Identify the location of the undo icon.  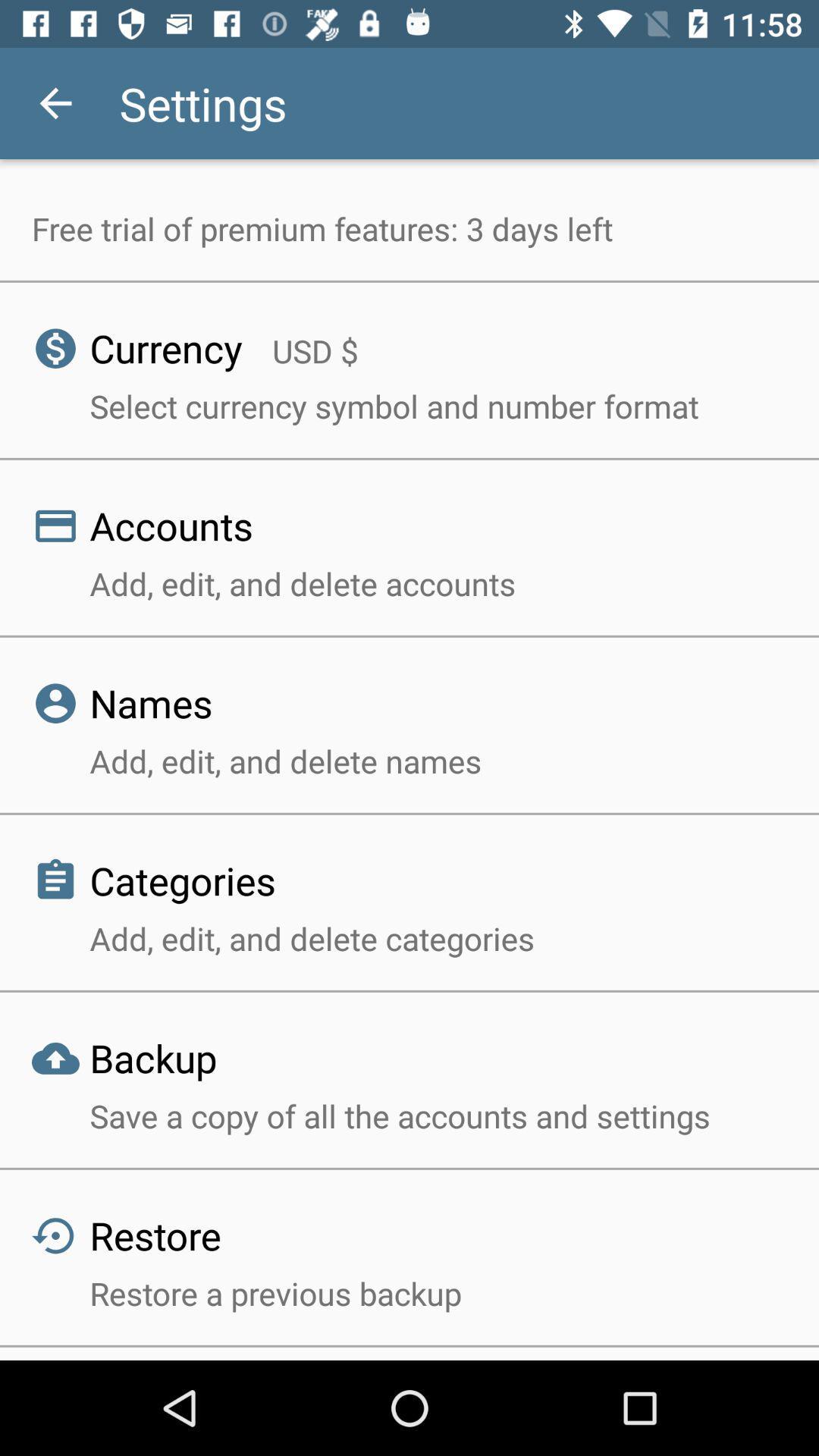
(39, 1216).